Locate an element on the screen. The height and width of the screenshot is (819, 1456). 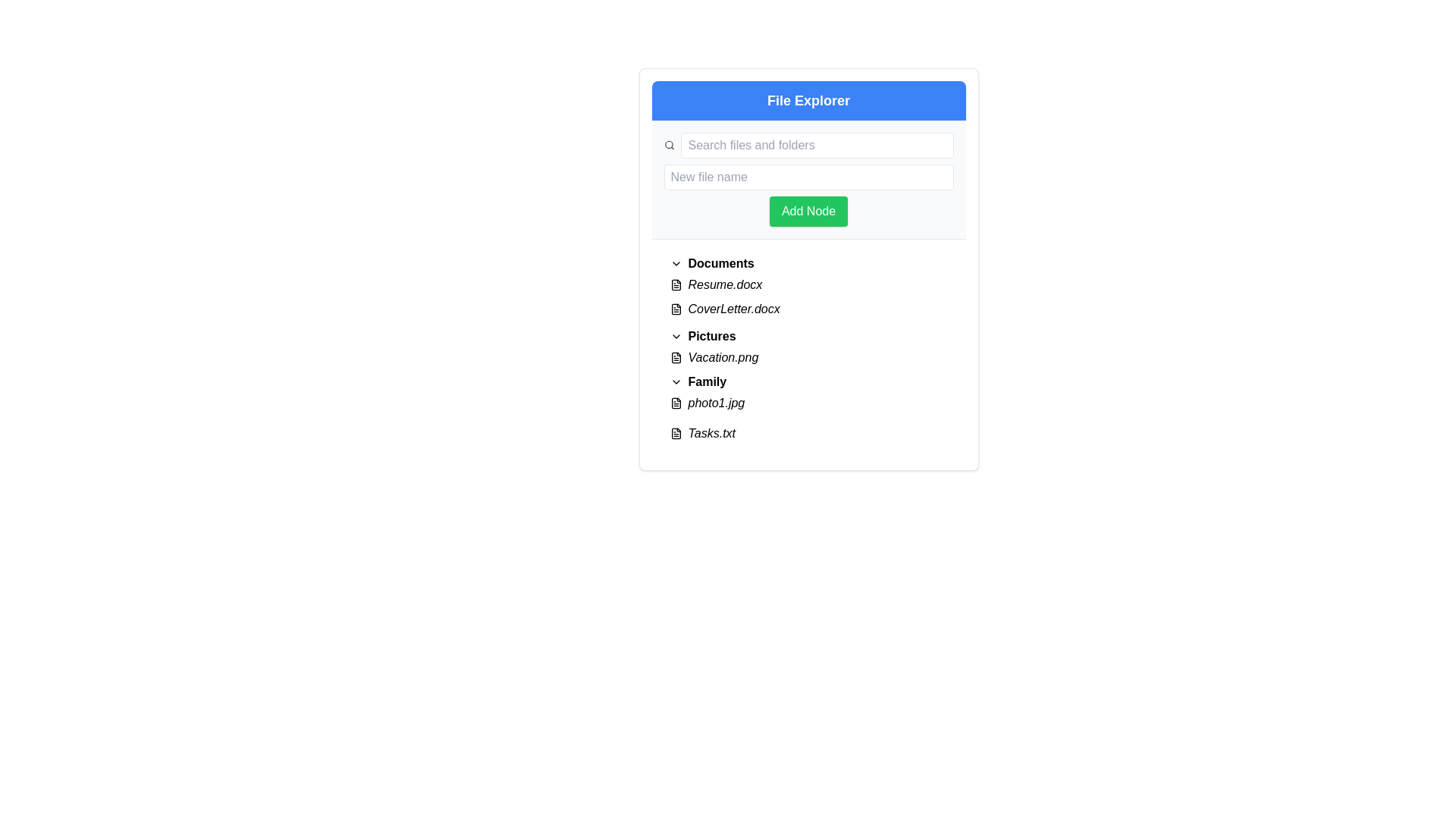
to select the file 'photo1.jpg' located as the second item in the 'Family' folder within the file explorer is located at coordinates (808, 403).